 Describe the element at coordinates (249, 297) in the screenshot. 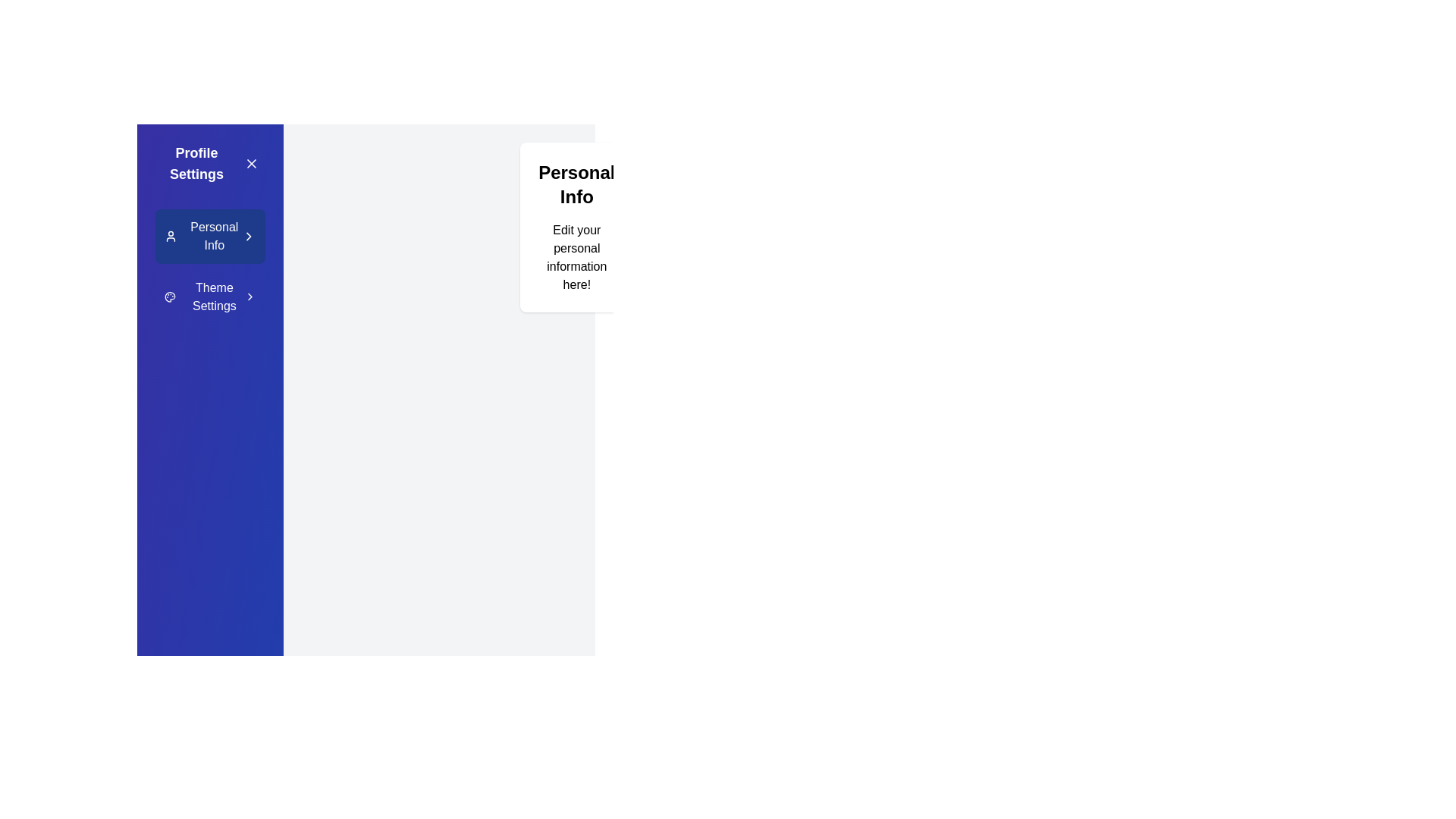

I see `the arrow icon located on the far right side of the 'Theme Settings' row under the 'Profile Settings' panel` at that location.